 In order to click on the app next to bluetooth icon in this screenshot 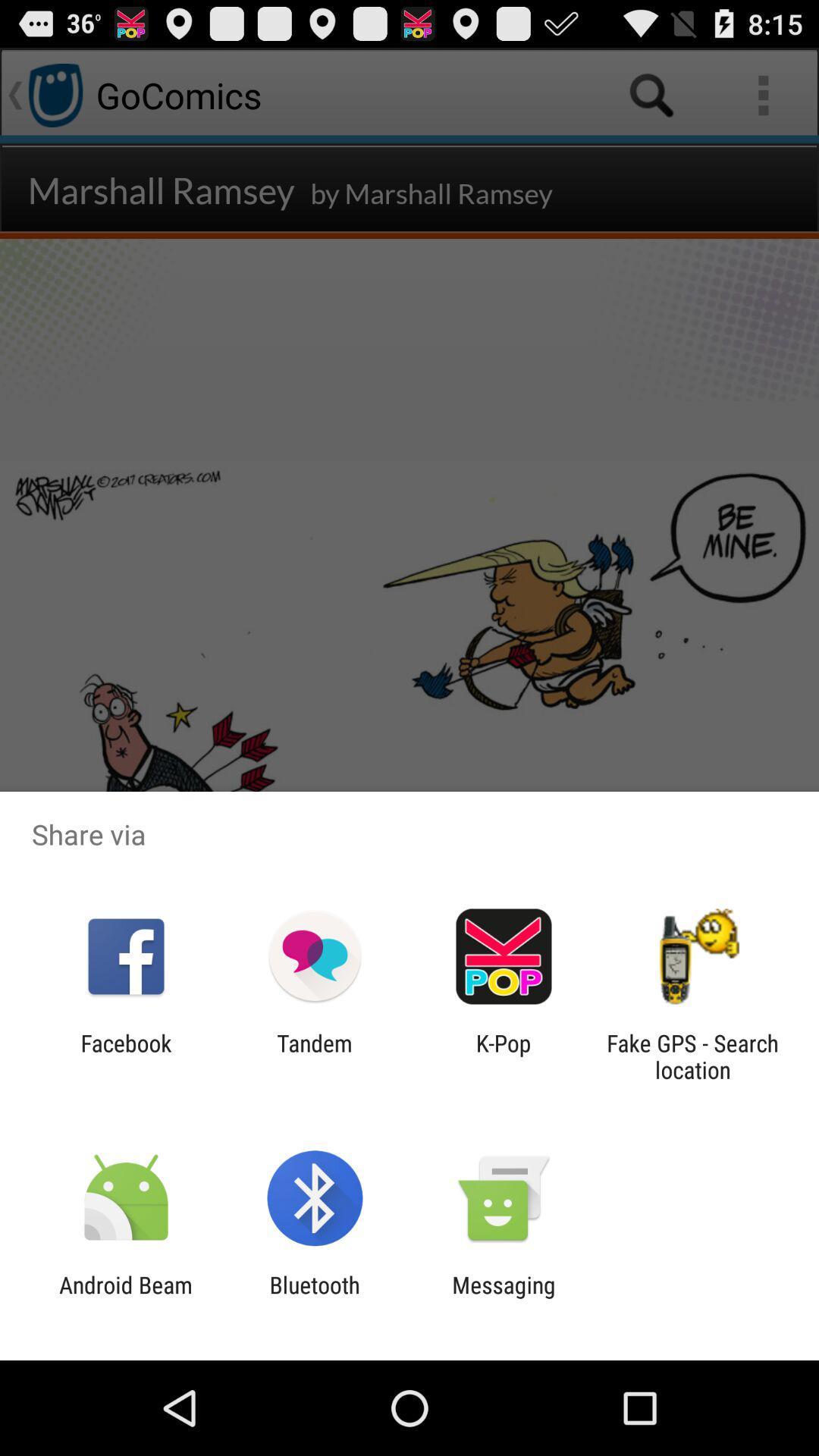, I will do `click(504, 1298)`.